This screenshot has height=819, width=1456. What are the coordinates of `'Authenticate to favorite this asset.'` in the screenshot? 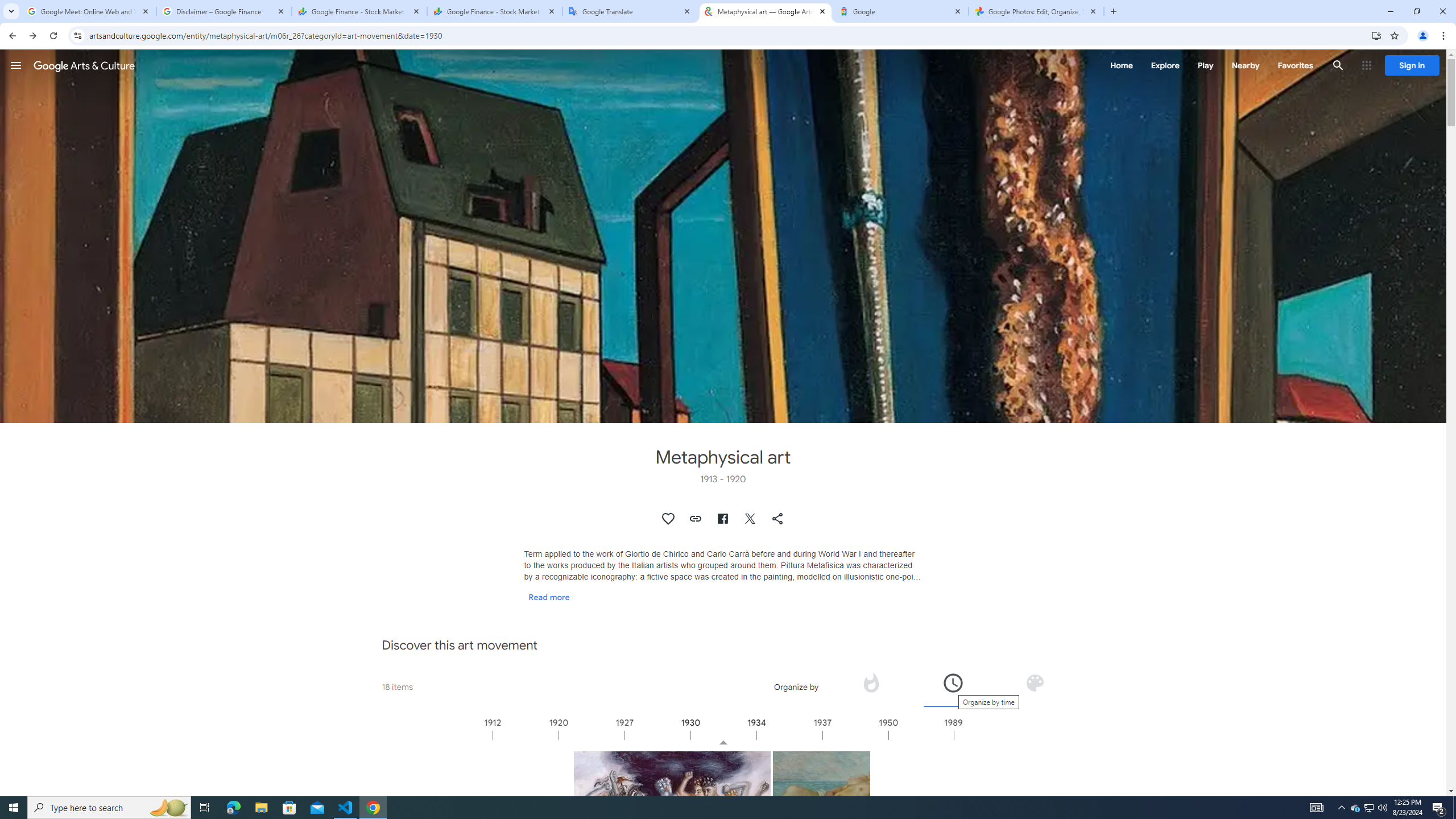 It's located at (668, 518).